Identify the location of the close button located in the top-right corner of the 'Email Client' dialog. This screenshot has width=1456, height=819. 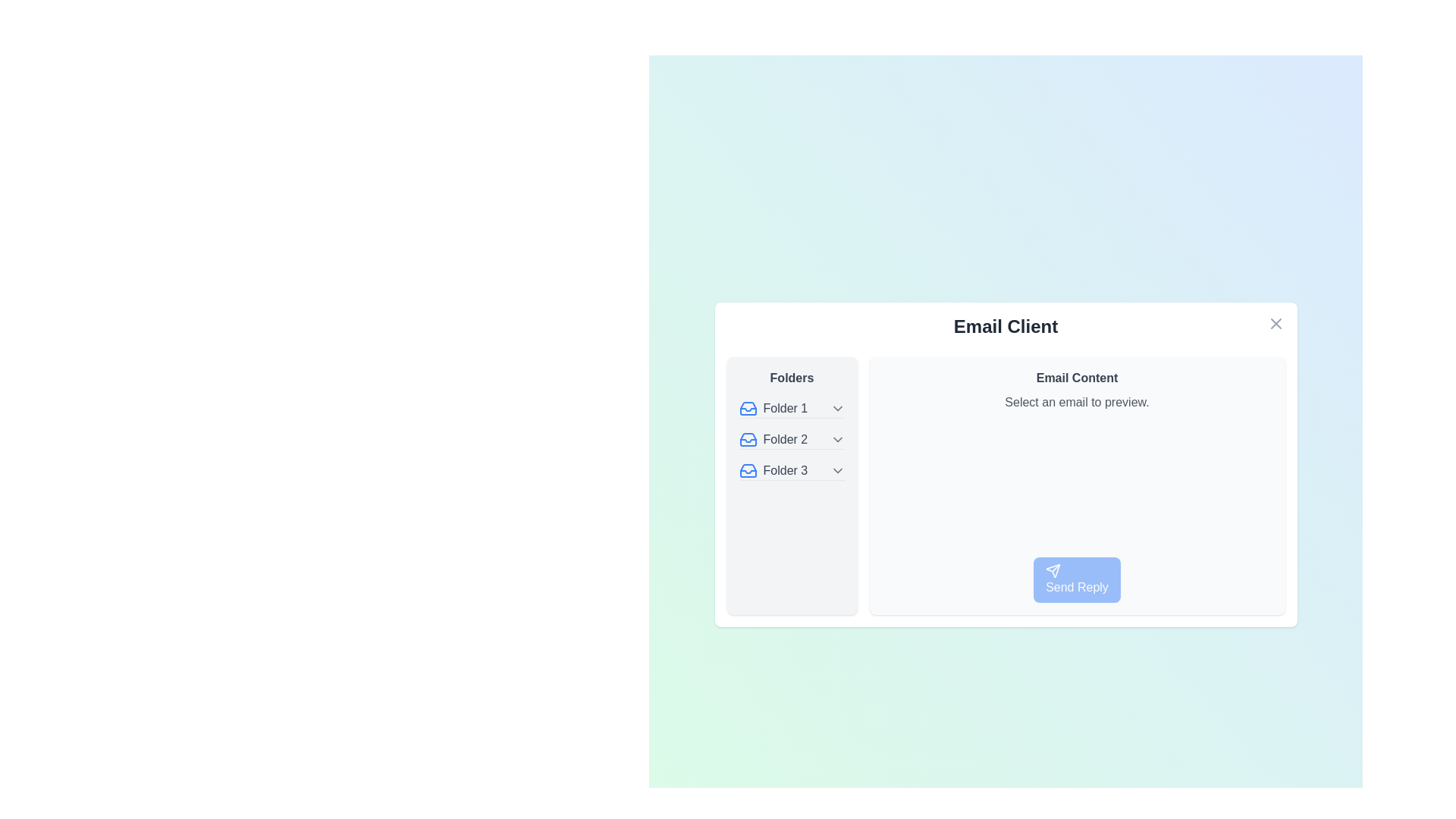
(1275, 323).